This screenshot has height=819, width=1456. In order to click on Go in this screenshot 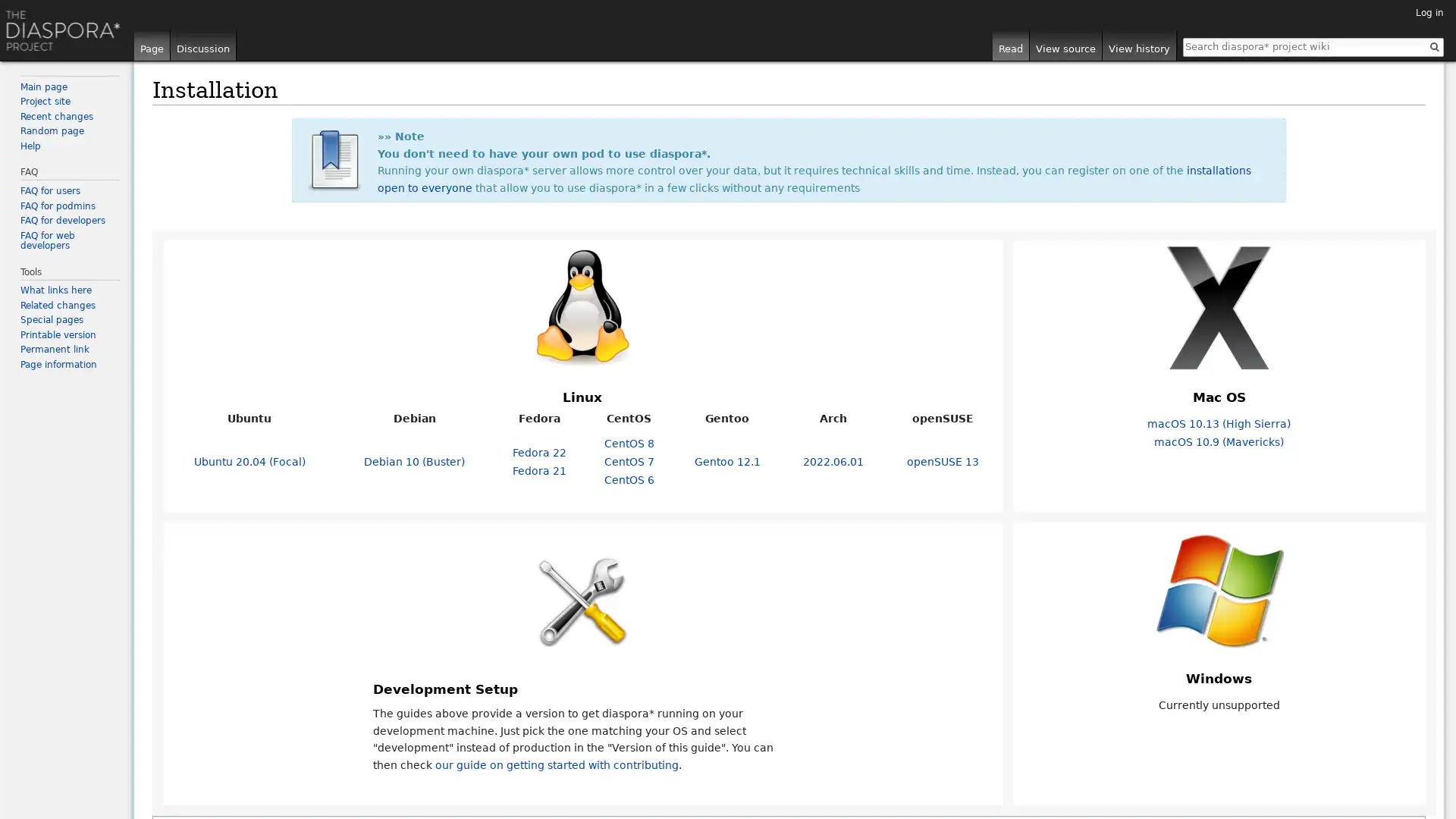, I will do `click(1433, 45)`.